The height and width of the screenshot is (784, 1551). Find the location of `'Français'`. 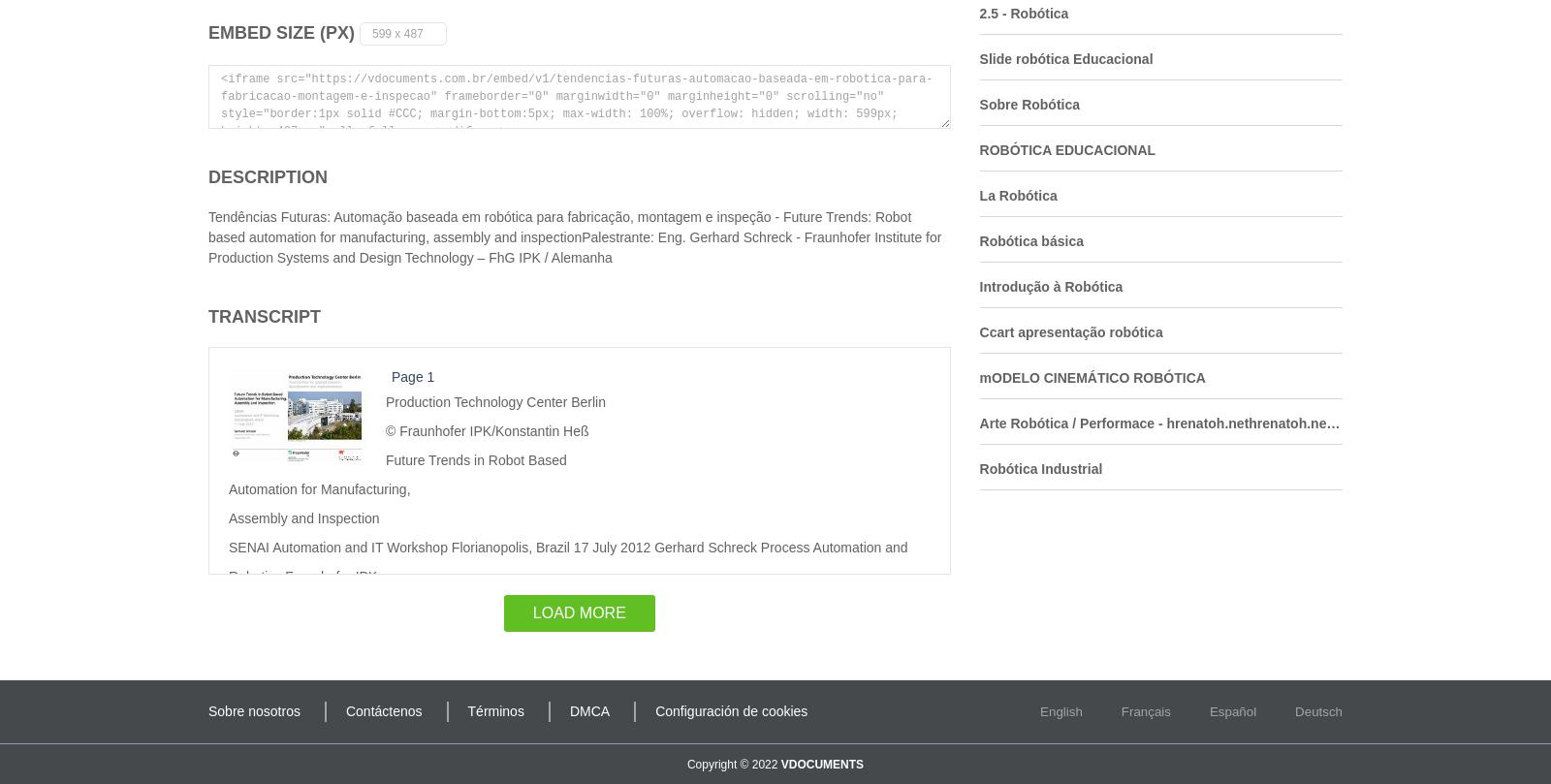

'Français' is located at coordinates (1121, 709).